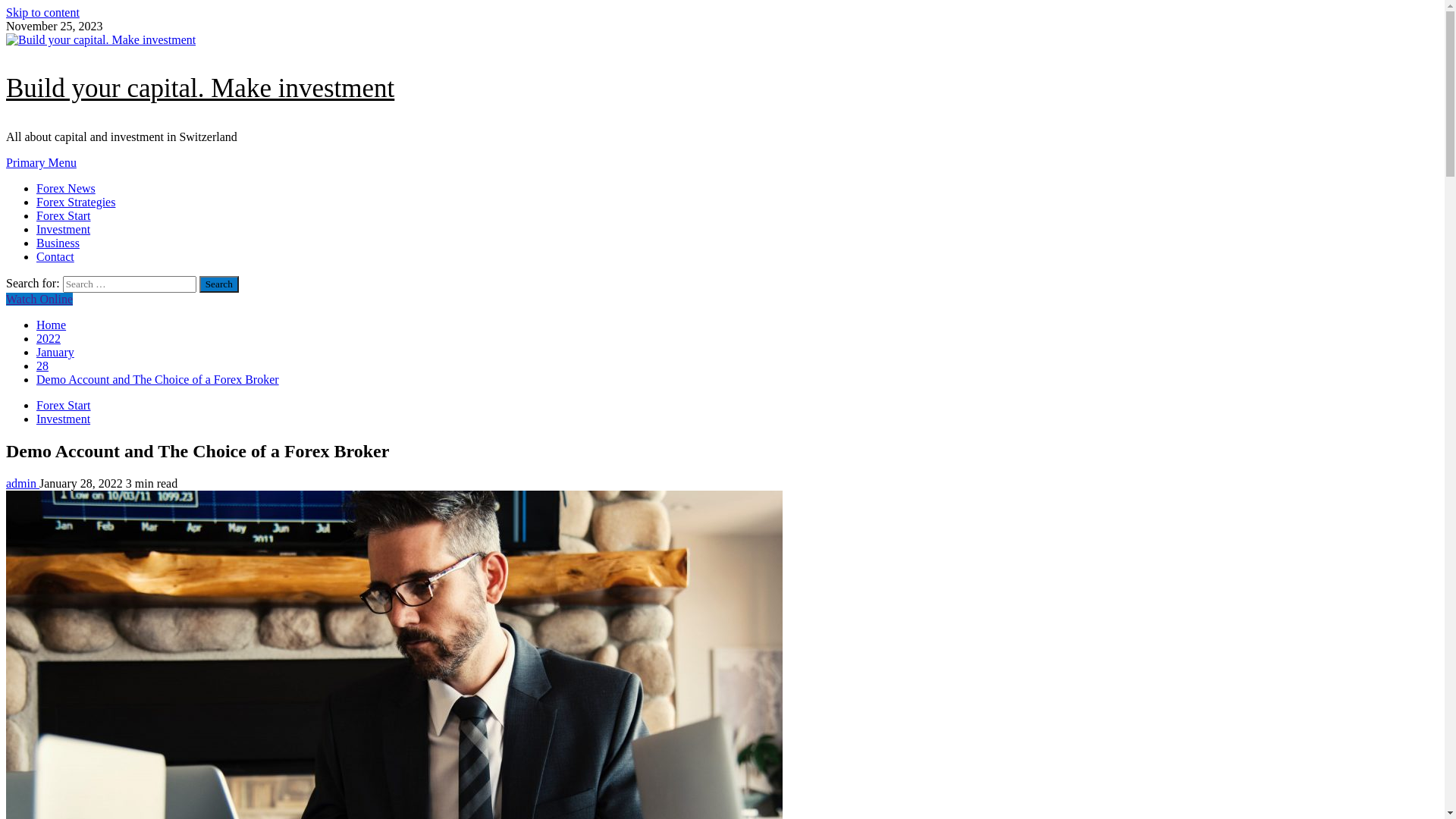 This screenshot has width=1456, height=819. Describe the element at coordinates (42, 12) in the screenshot. I see `'Skip to content'` at that location.